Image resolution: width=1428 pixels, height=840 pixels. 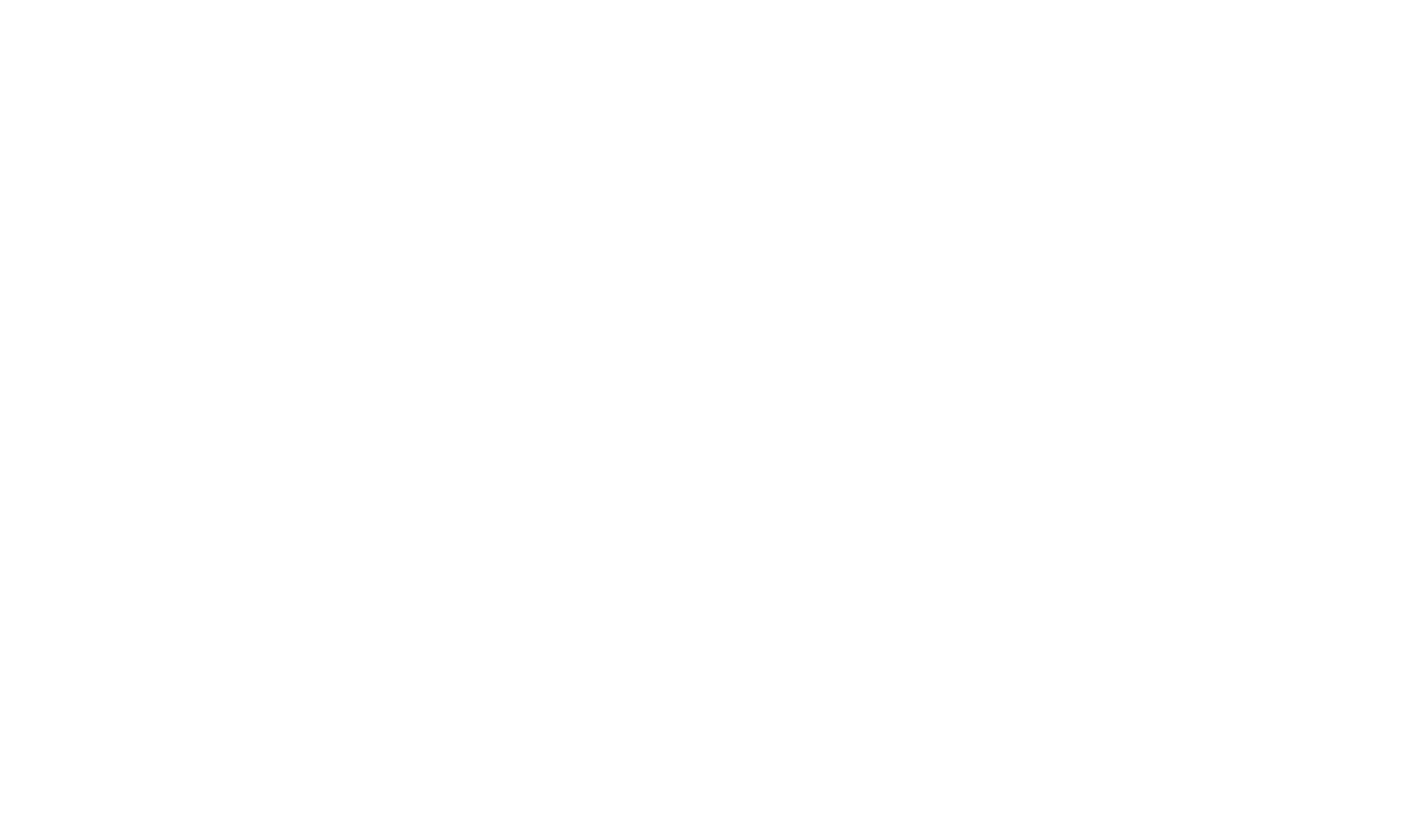 What do you see at coordinates (344, 136) in the screenshot?
I see `'Hotel in Obernai France'` at bounding box center [344, 136].